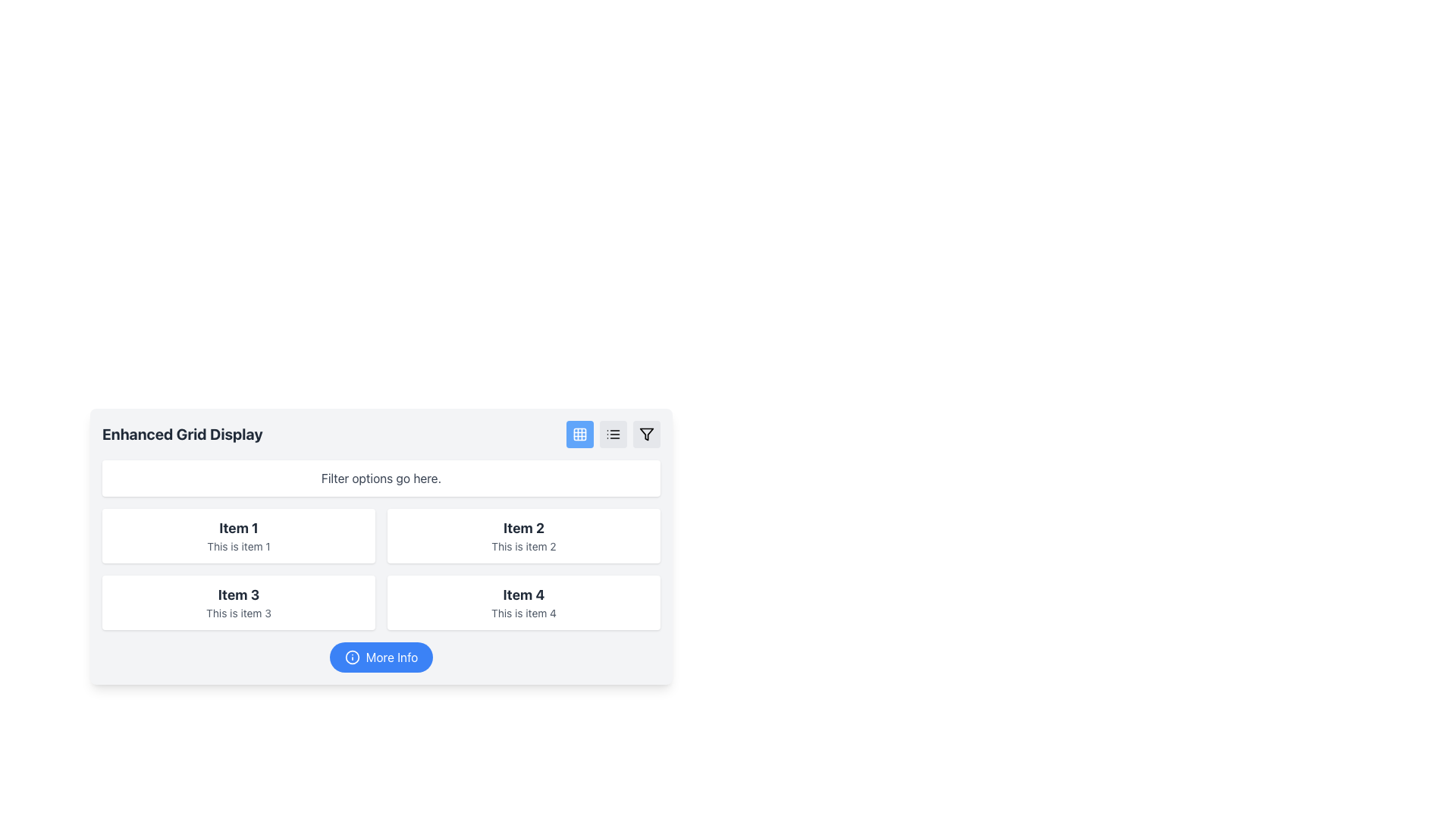  I want to click on the toggle button located in the blue rounded box toolbar, so click(579, 435).